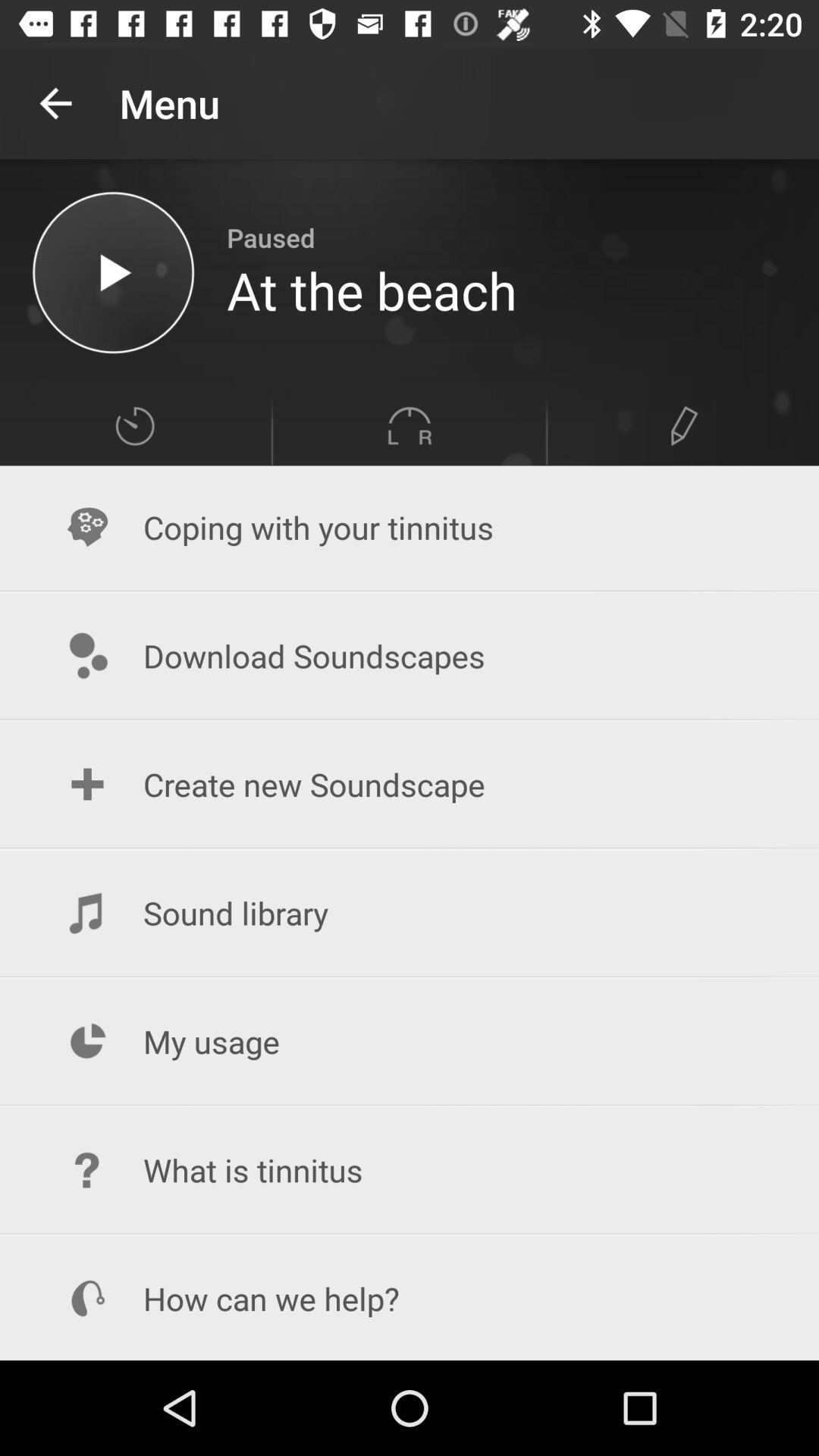 The height and width of the screenshot is (1456, 819). Describe the element at coordinates (409, 784) in the screenshot. I see `the create new soundscape` at that location.